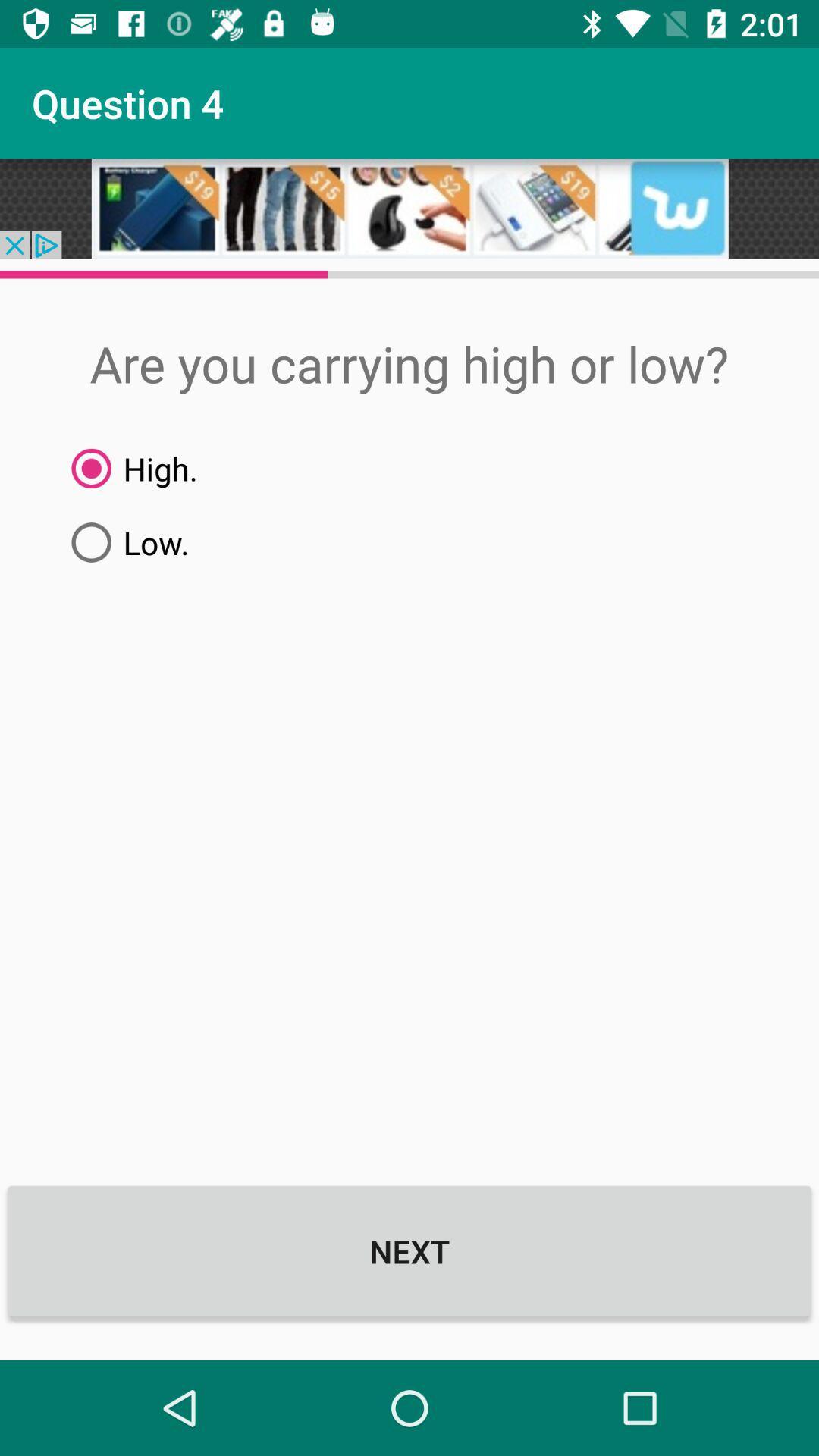  Describe the element at coordinates (409, 208) in the screenshot. I see `open advertisements detail` at that location.